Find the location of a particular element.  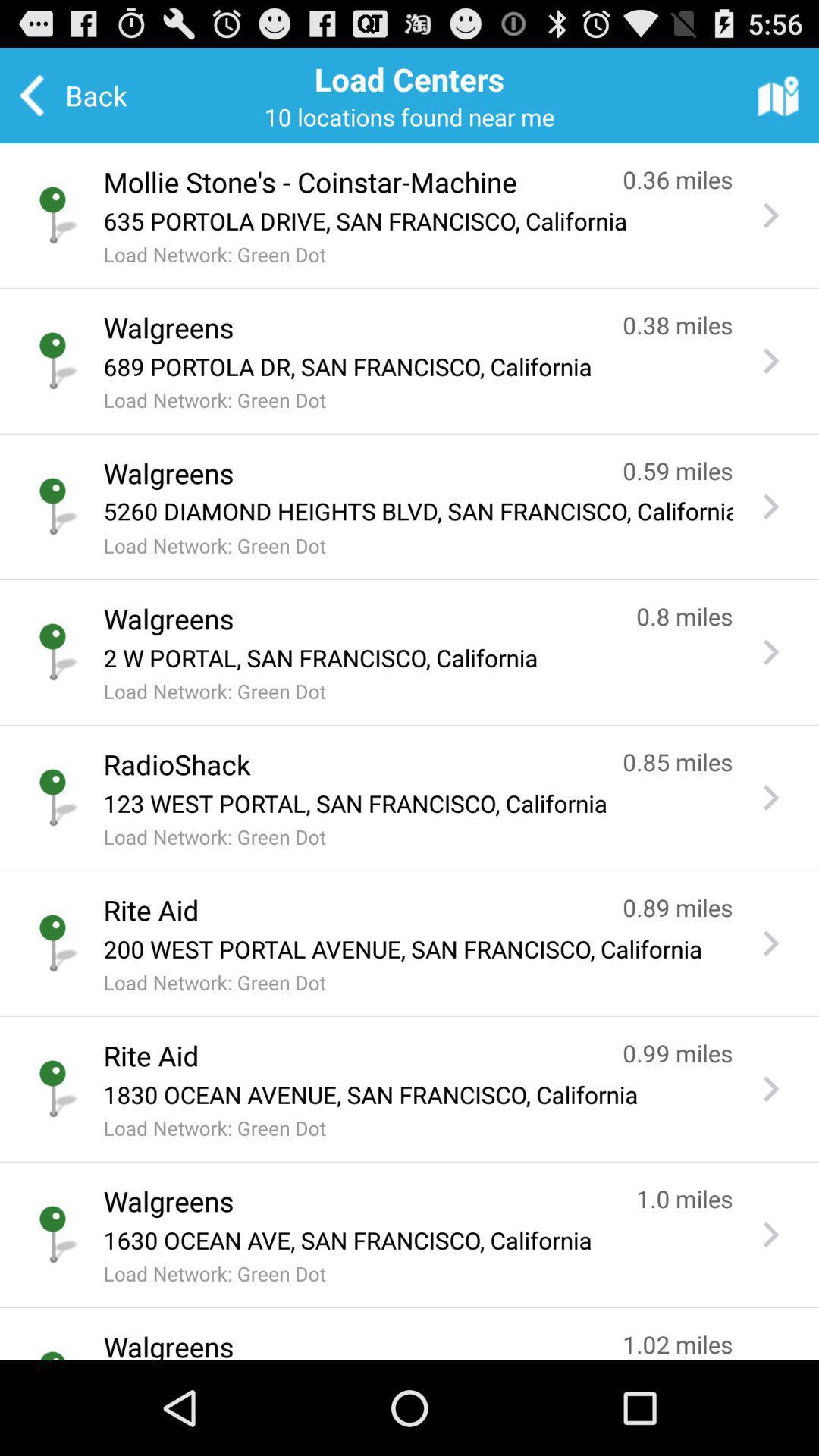

the app above the load network green item is located at coordinates (418, 512).